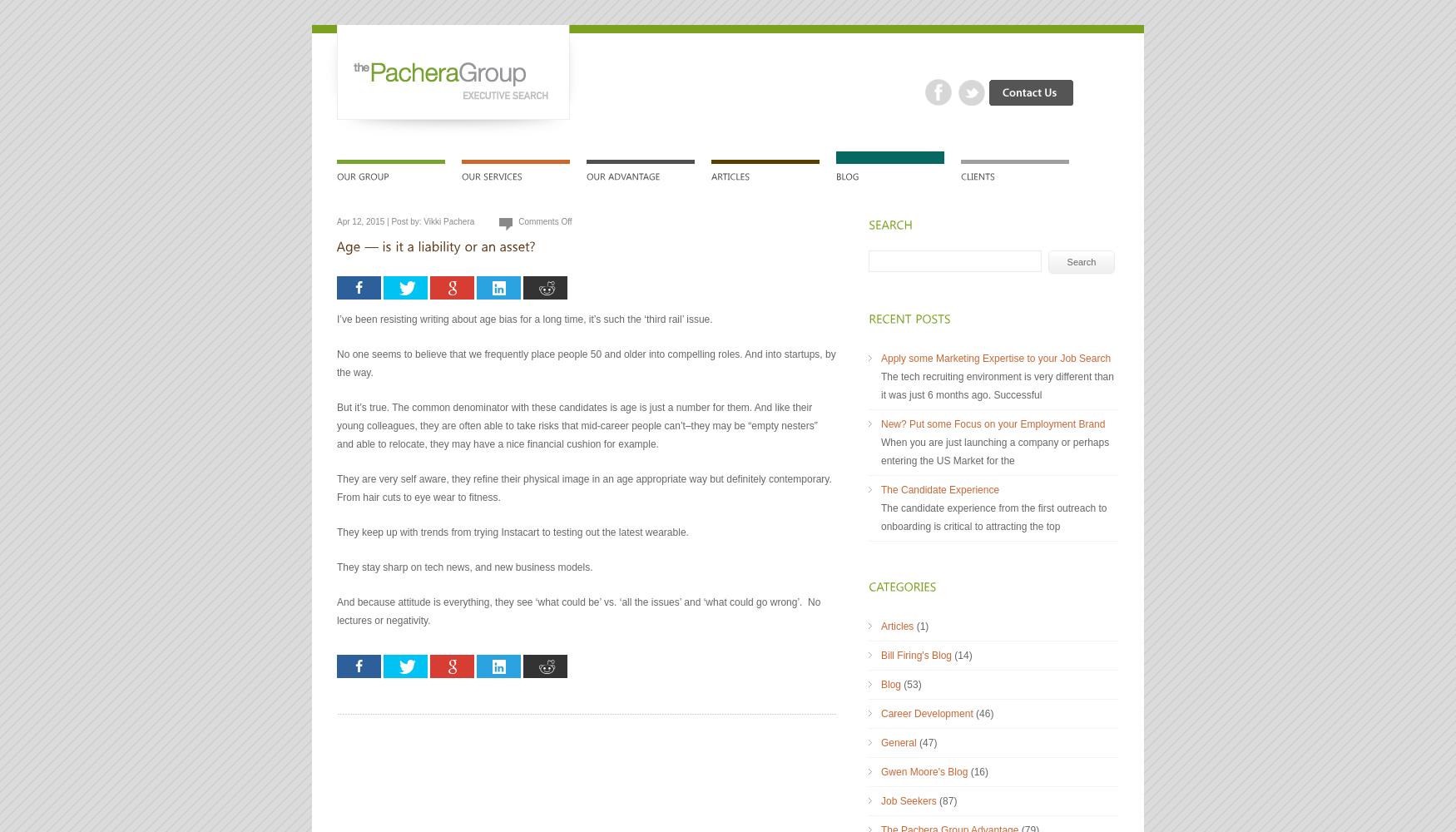 Image resolution: width=1456 pixels, height=832 pixels. I want to click on 'They keep up with trends from trying Instacart to testing out the latest wearable.', so click(513, 532).